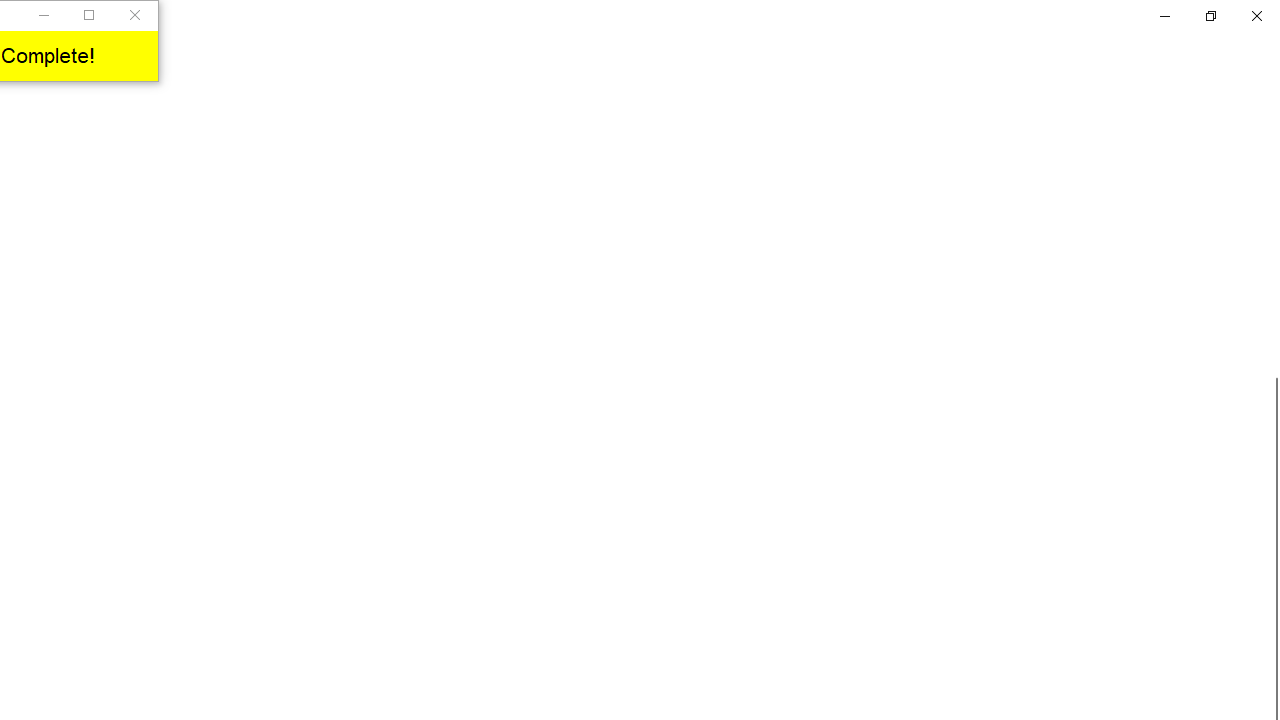 This screenshot has height=720, width=1280. What do you see at coordinates (1164, 15) in the screenshot?
I see `'Minimize Settings'` at bounding box center [1164, 15].